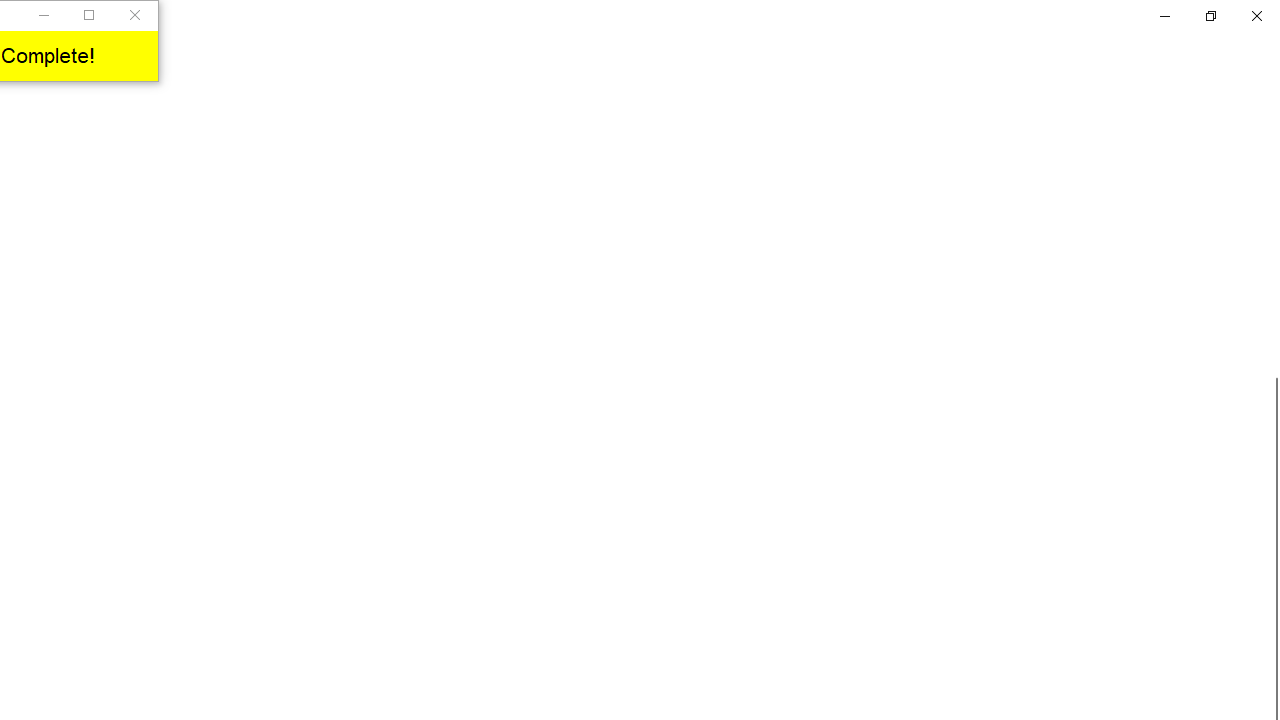 This screenshot has height=720, width=1280. What do you see at coordinates (1164, 15) in the screenshot?
I see `'Minimize Settings'` at bounding box center [1164, 15].